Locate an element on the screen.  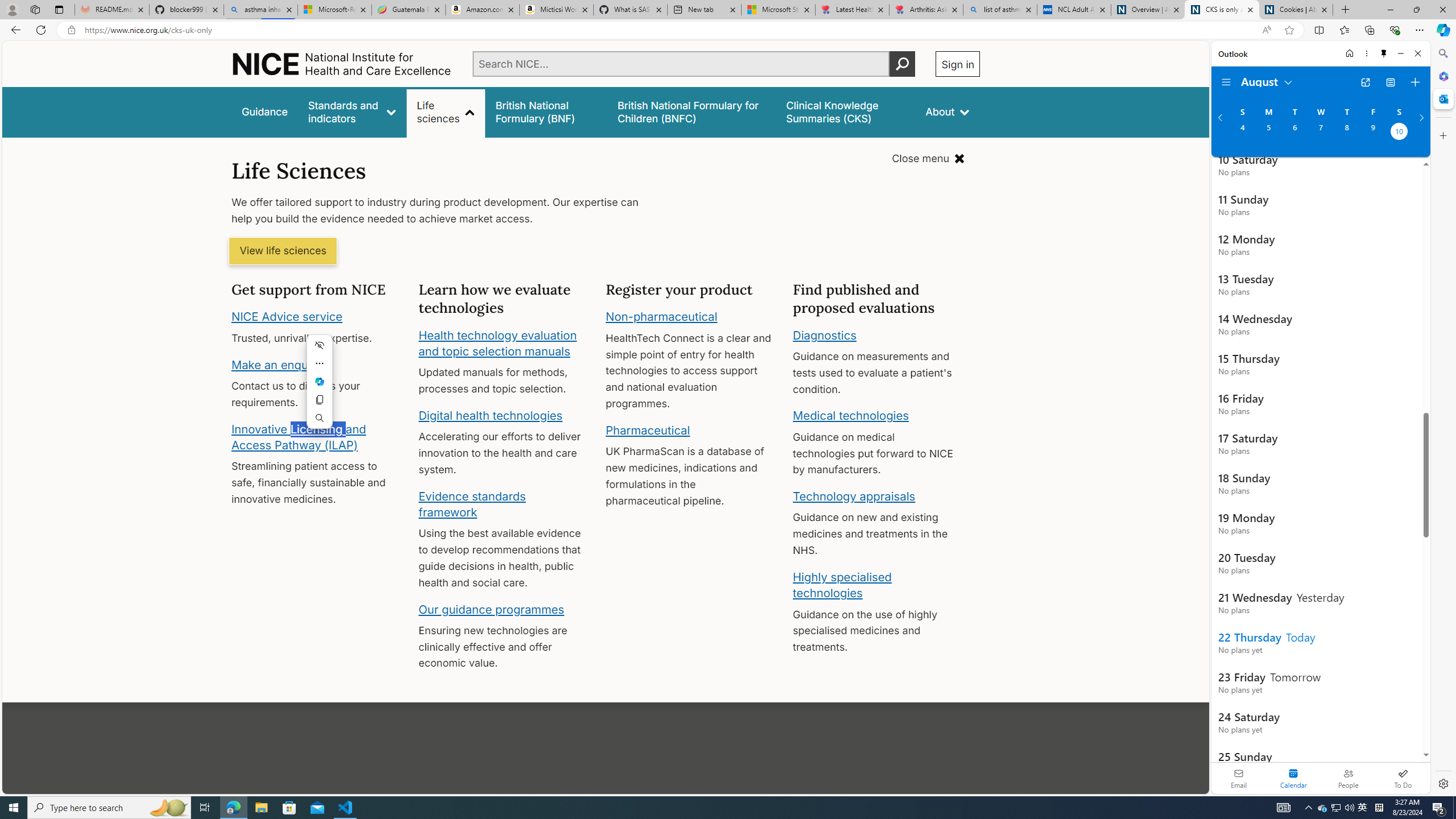
'August' is located at coordinates (1267, 80).